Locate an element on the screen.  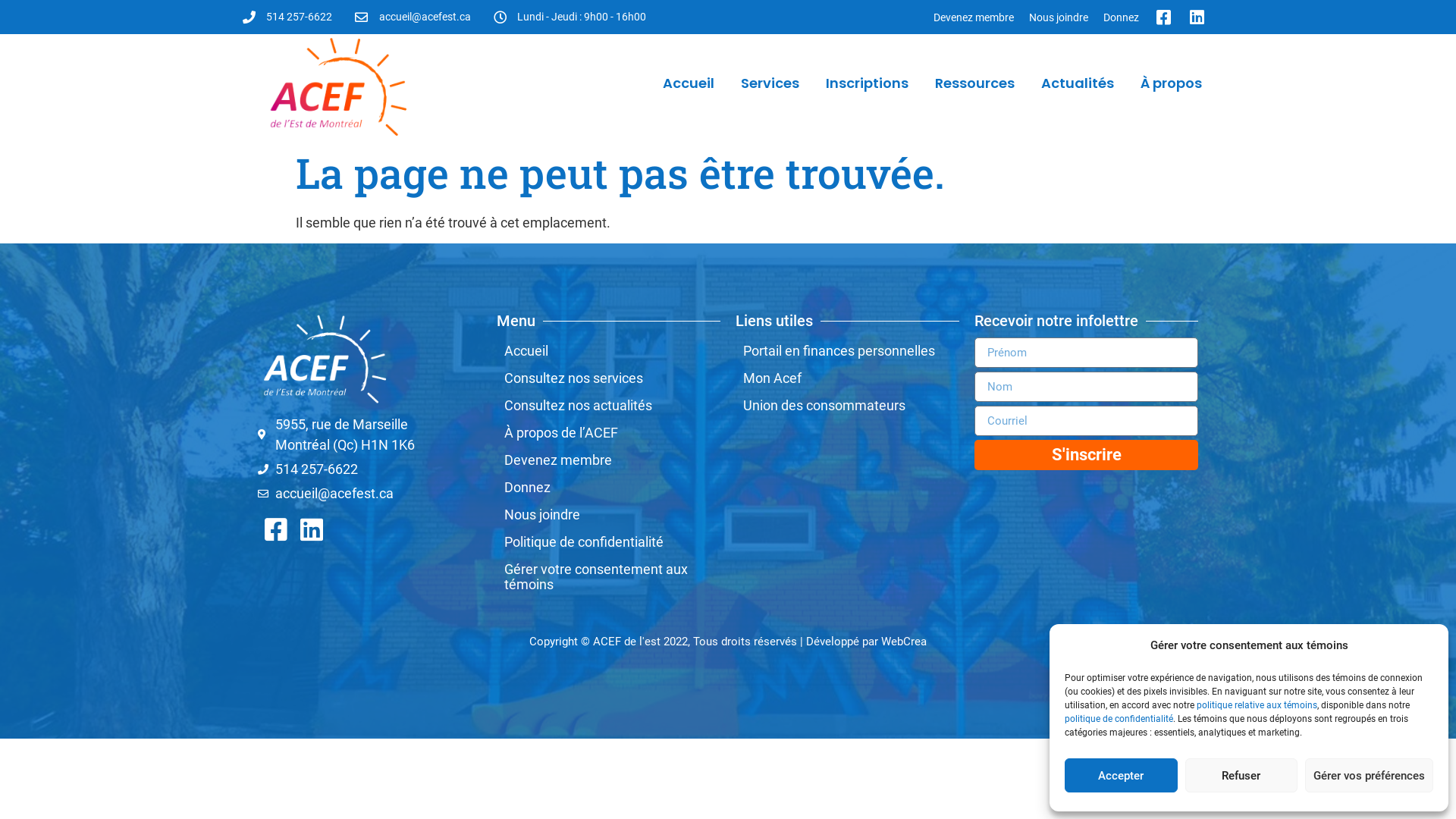
'Devenez membre' is located at coordinates (608, 459).